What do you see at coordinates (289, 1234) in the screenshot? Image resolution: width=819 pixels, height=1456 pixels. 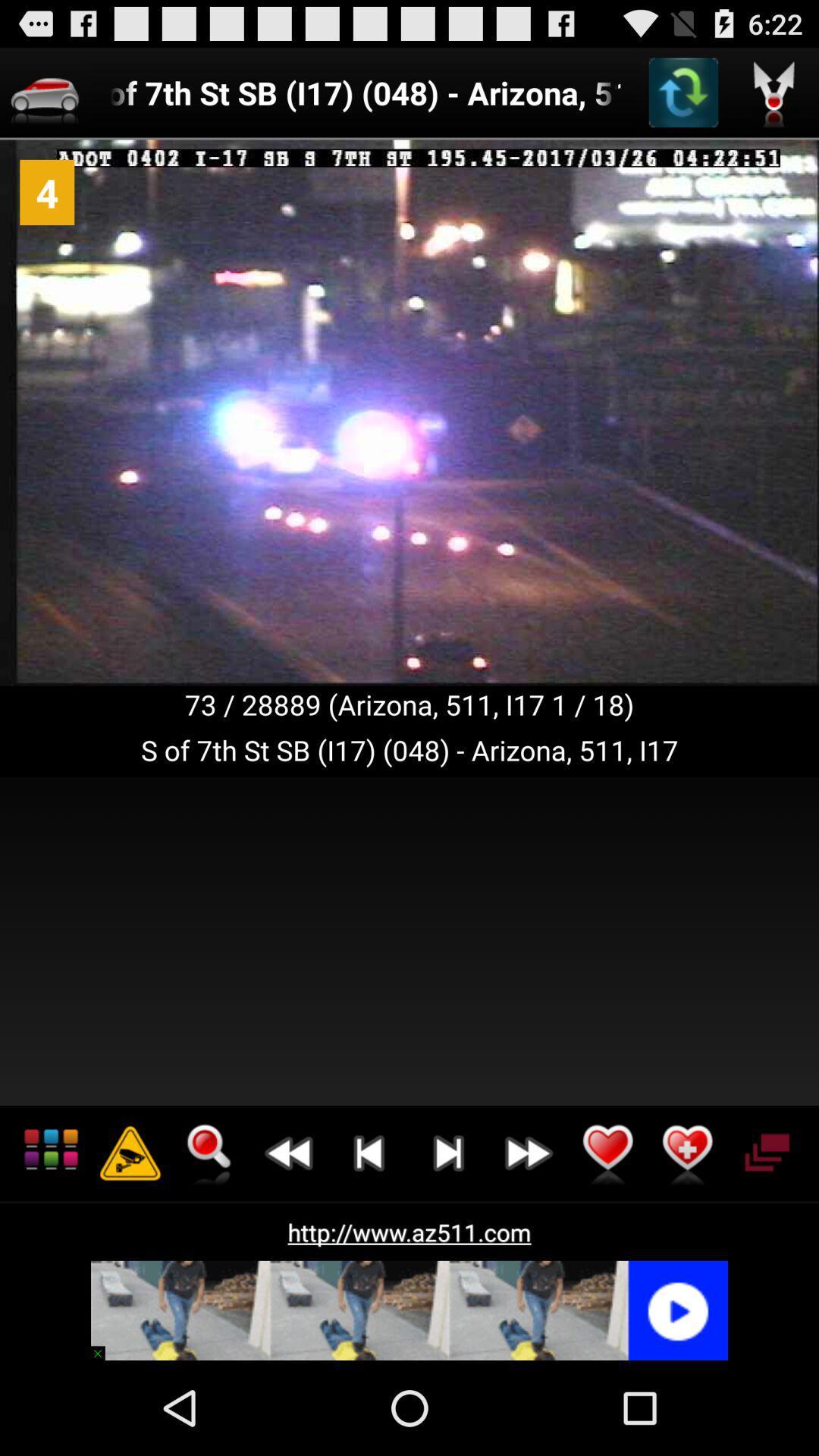 I see `the av_rewind icon` at bounding box center [289, 1234].